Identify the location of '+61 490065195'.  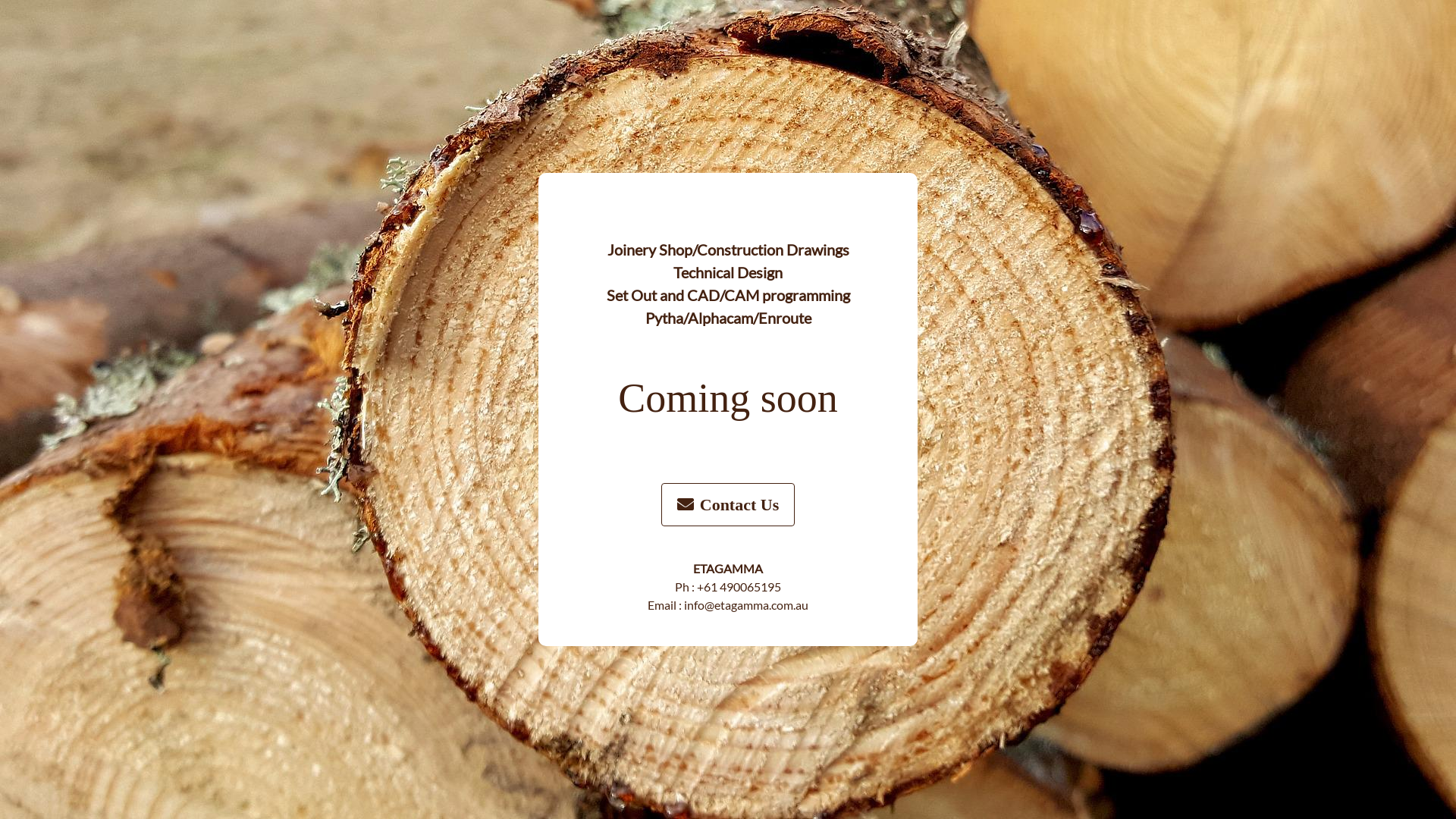
(739, 585).